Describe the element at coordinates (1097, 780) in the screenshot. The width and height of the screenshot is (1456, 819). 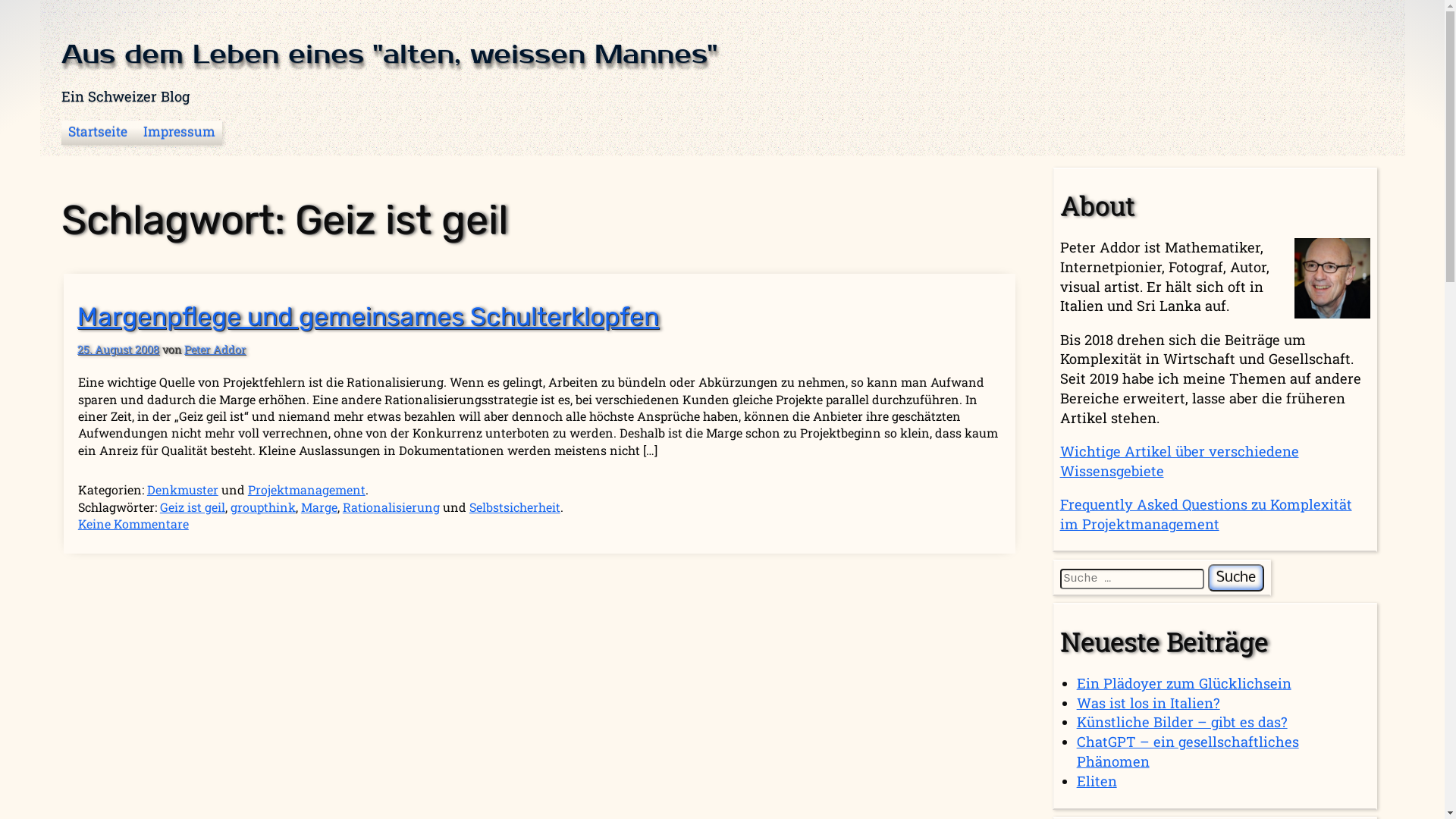
I see `'Eliten'` at that location.